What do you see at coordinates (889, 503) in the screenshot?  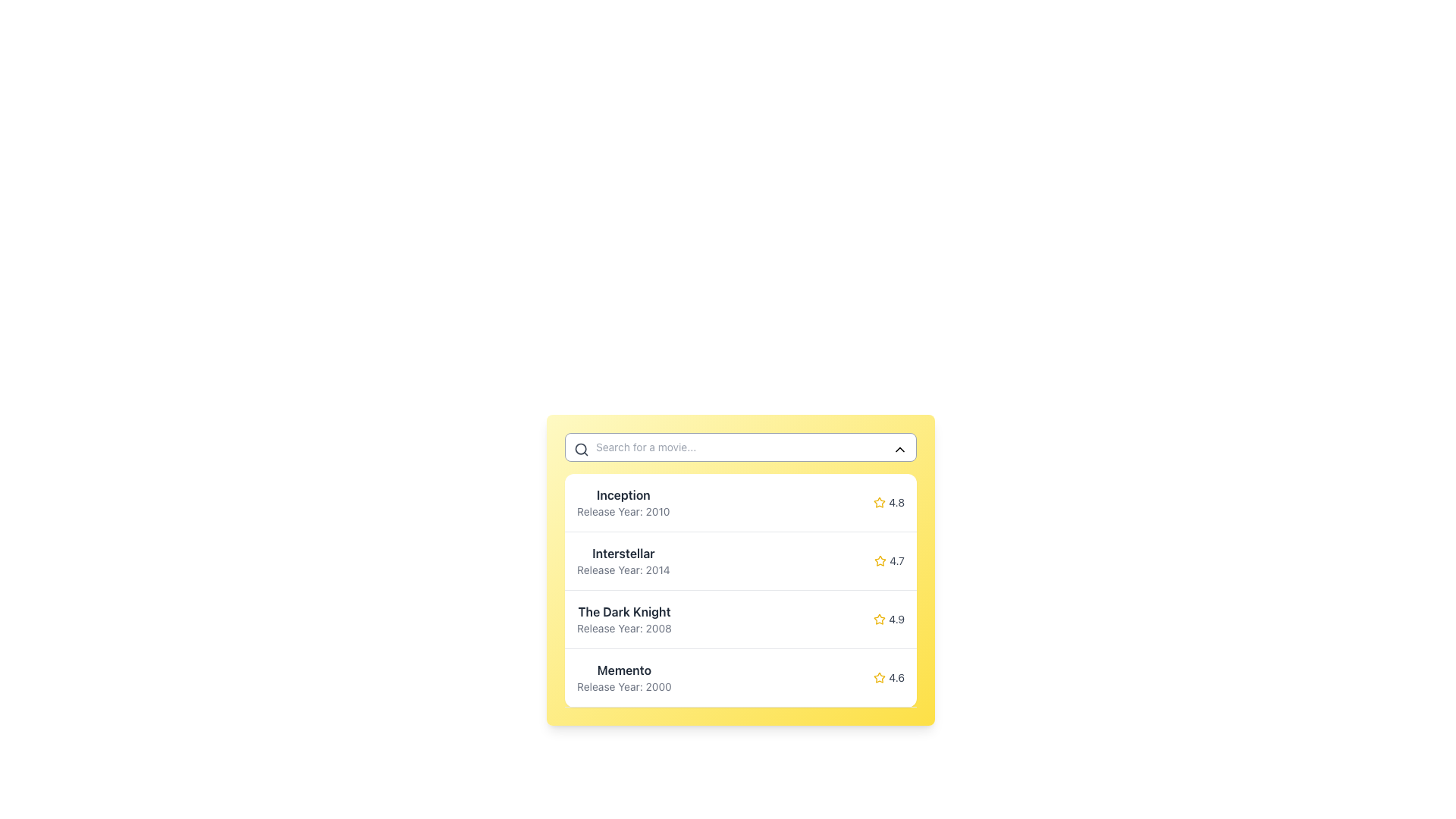 I see `the Rating Display element showing the rating value '4.8' and the yellow star icon` at bounding box center [889, 503].